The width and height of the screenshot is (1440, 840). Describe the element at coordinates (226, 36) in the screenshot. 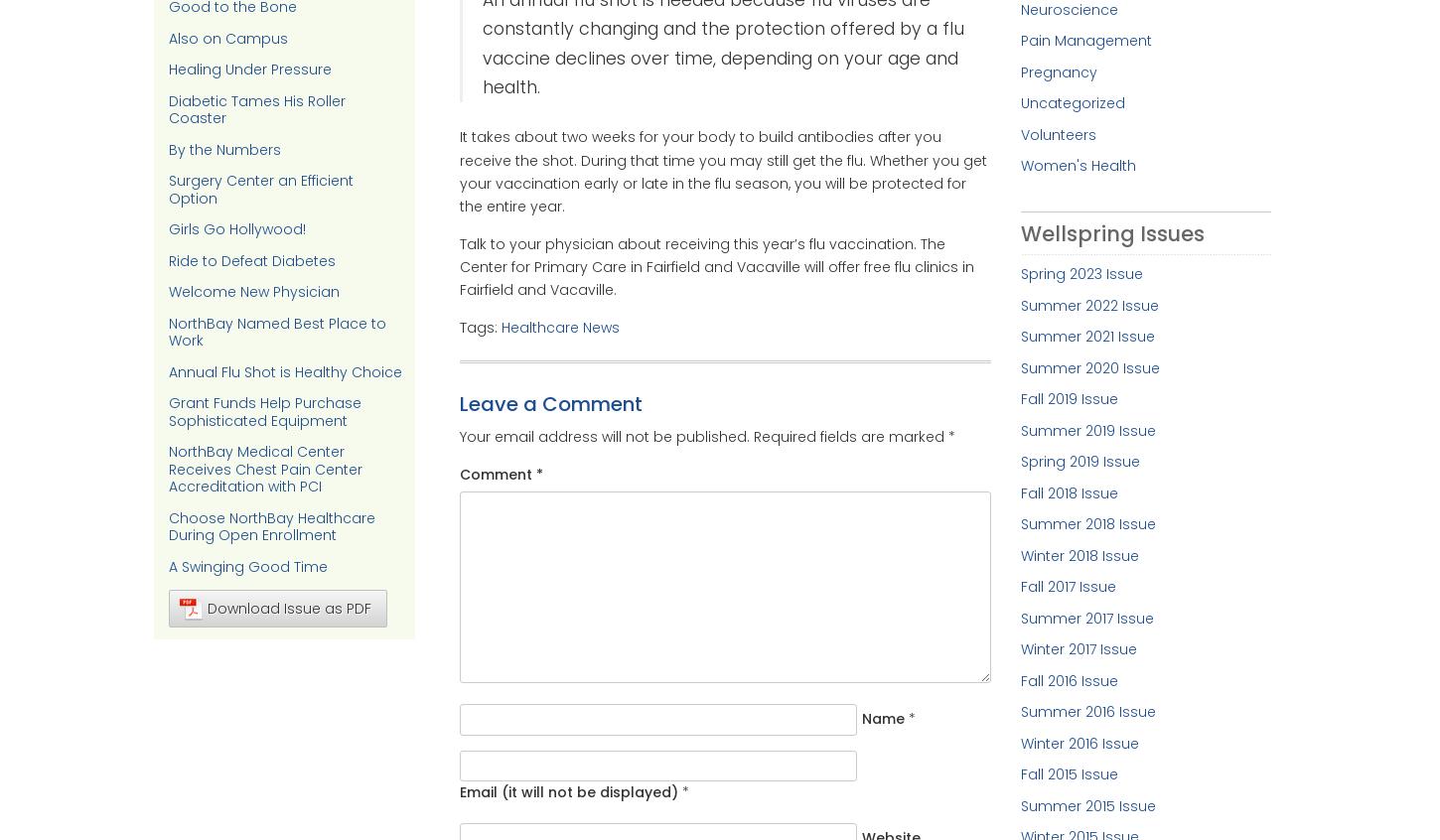

I see `'Also on Campus'` at that location.